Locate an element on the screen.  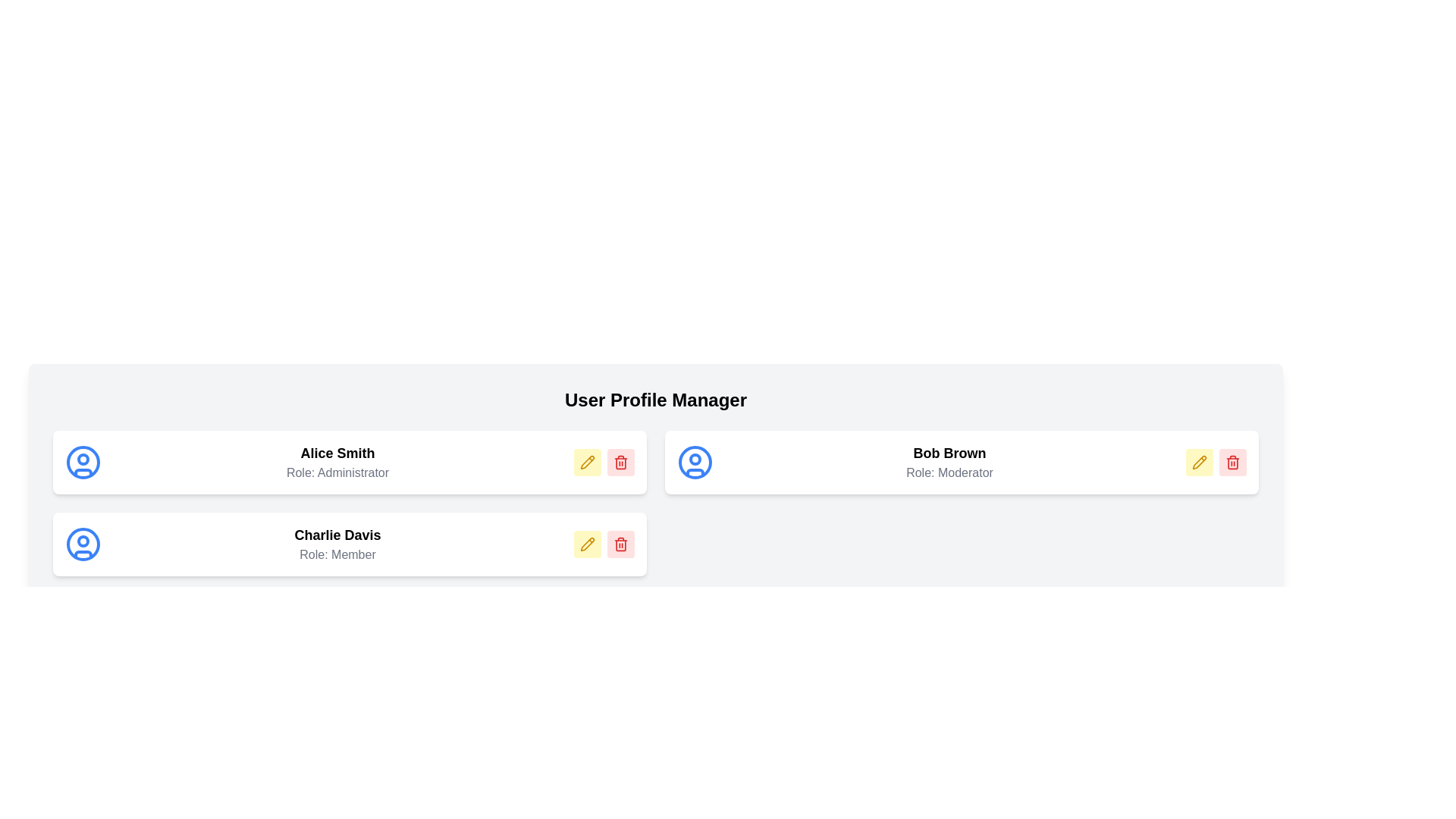
the inner smaller circle within the user profile icon, located on the right-hand side of the second row in the displayed user list is located at coordinates (694, 458).